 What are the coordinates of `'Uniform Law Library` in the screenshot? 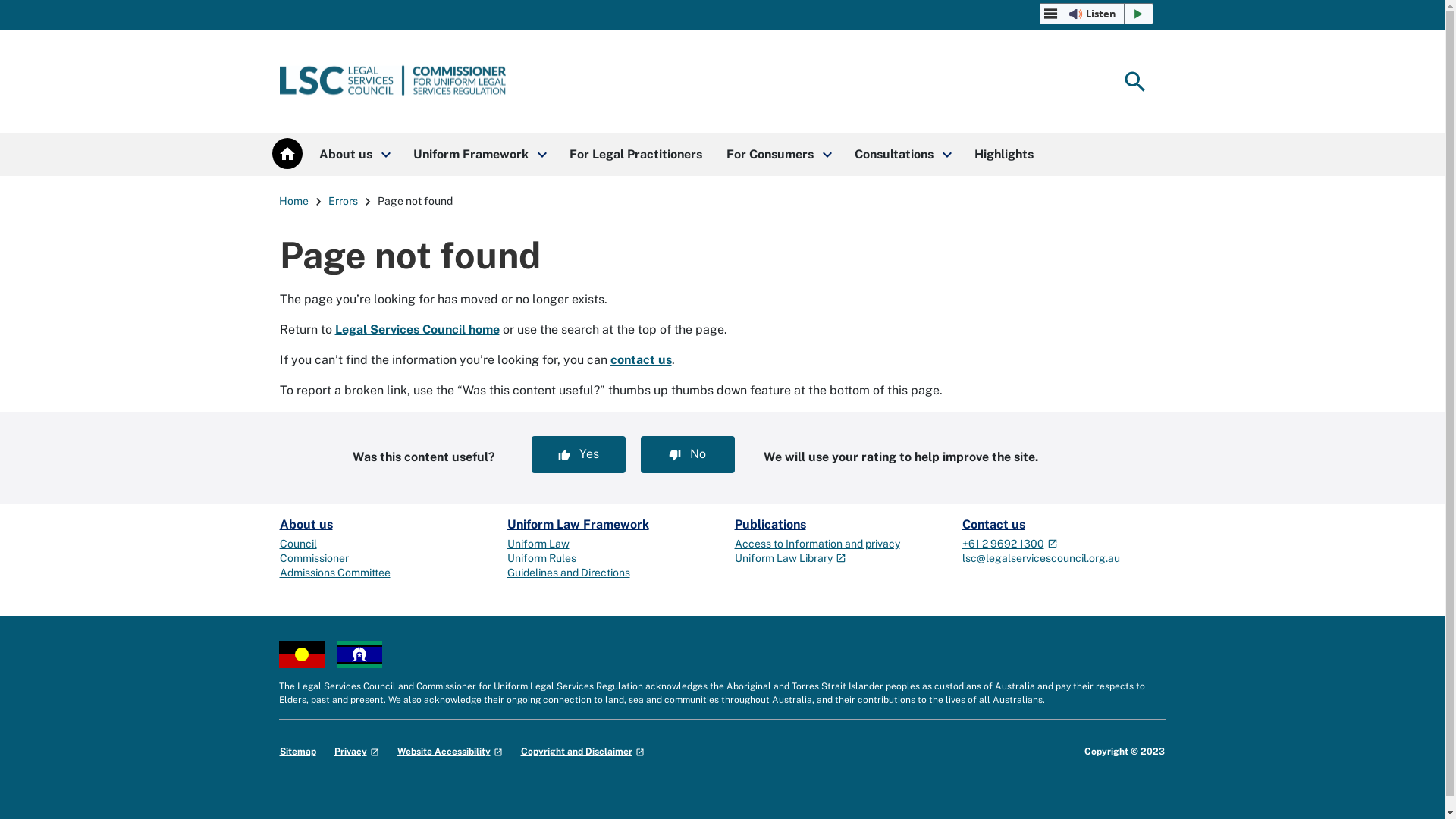 It's located at (789, 558).